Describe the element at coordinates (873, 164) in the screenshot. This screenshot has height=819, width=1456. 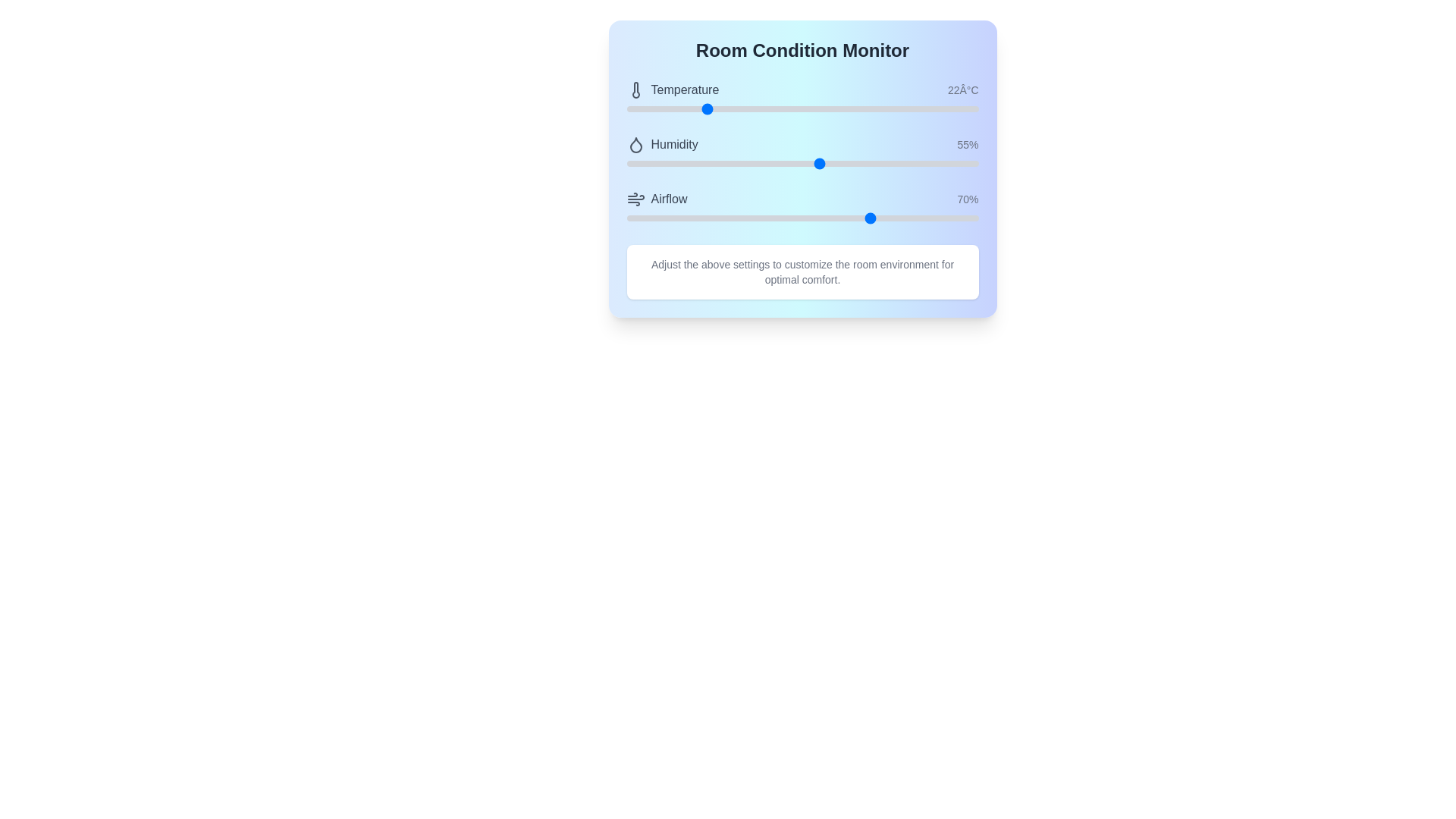
I see `the humidity level` at that location.